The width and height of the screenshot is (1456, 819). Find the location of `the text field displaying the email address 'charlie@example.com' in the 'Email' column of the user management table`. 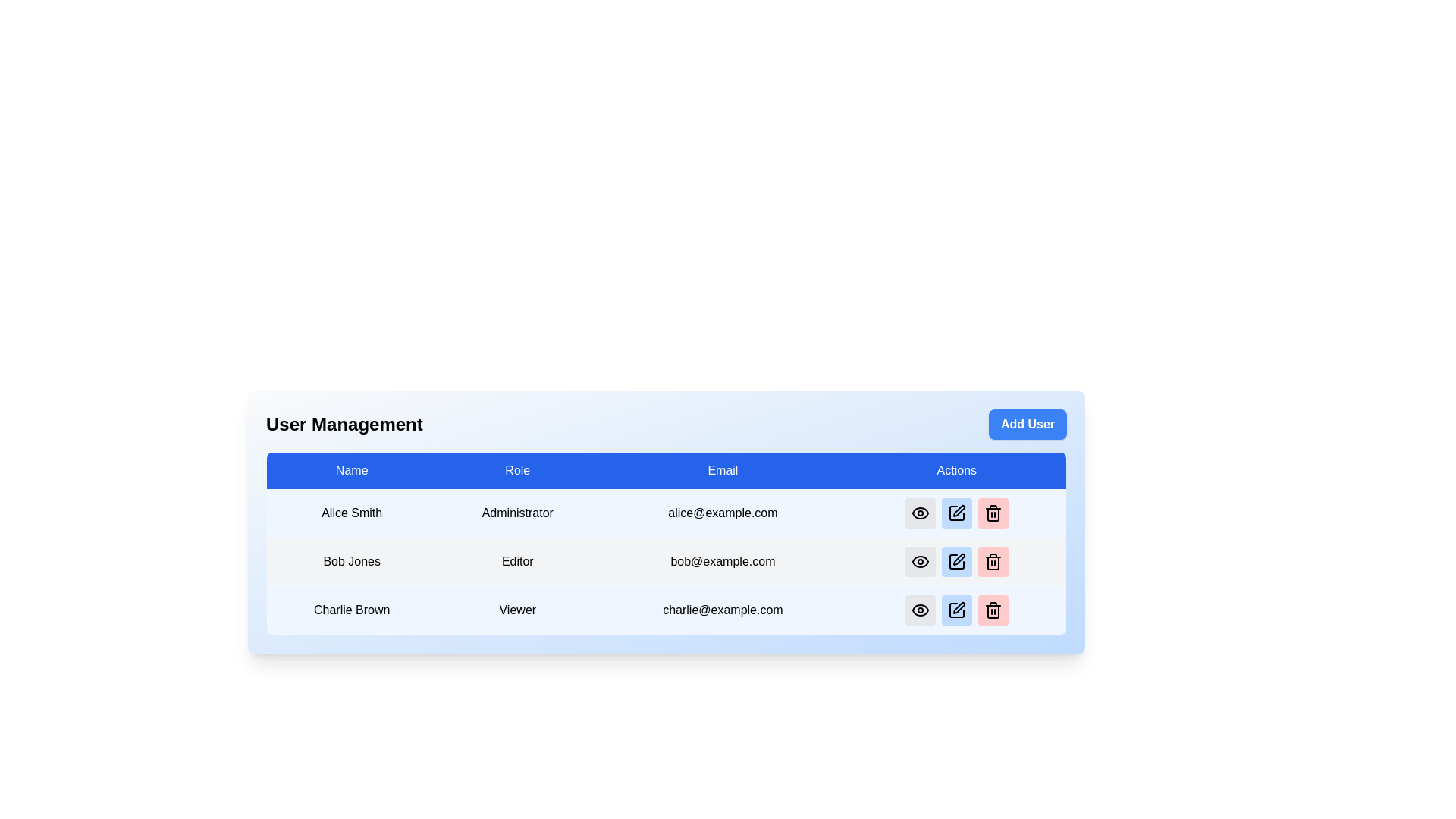

the text field displaying the email address 'charlie@example.com' in the 'Email' column of the user management table is located at coordinates (722, 610).